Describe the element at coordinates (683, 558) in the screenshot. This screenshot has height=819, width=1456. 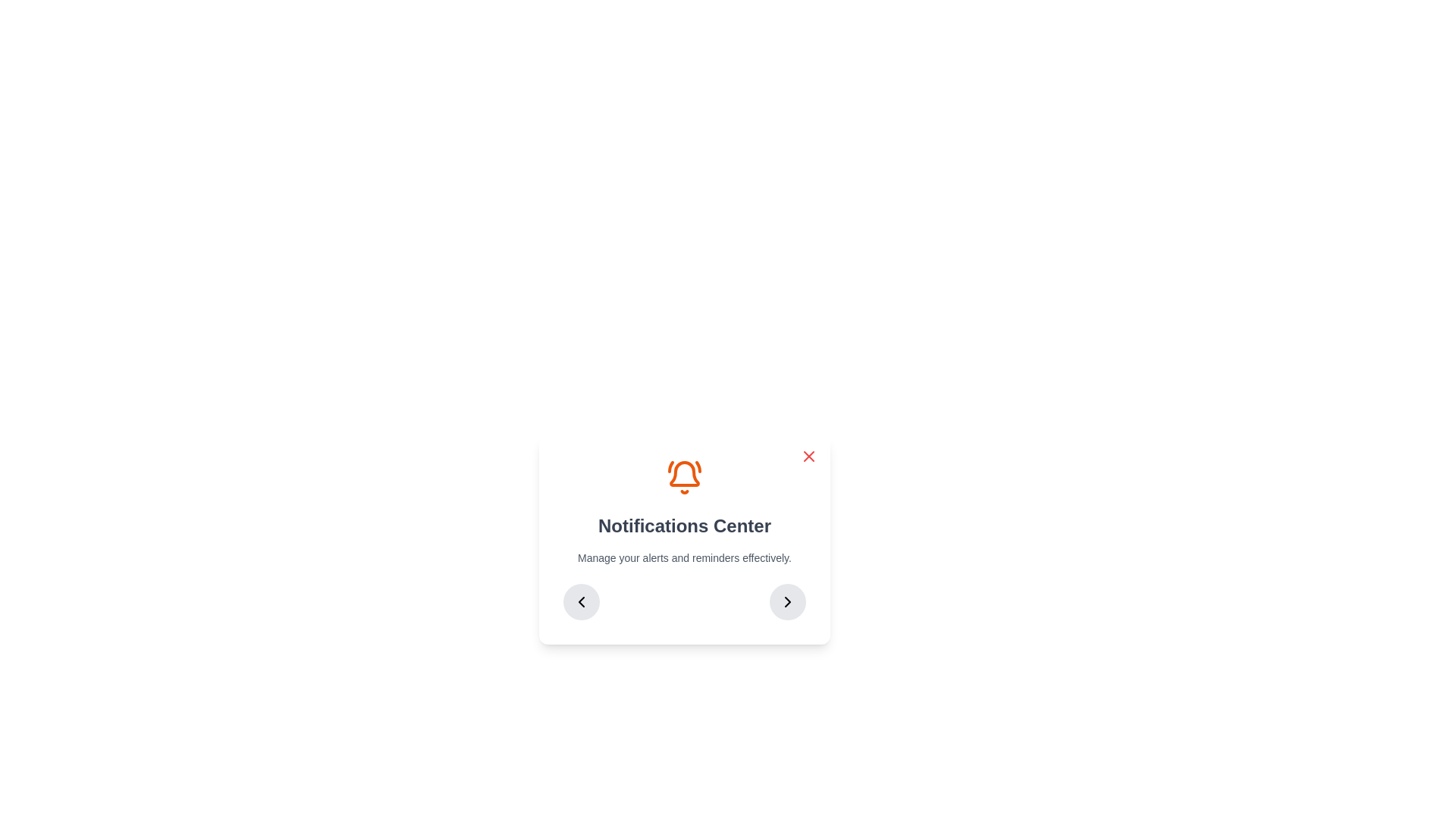
I see `text label that says 'Manage your alerts and reminders effectively.' positioned beneath the 'Notifications Center' heading` at that location.